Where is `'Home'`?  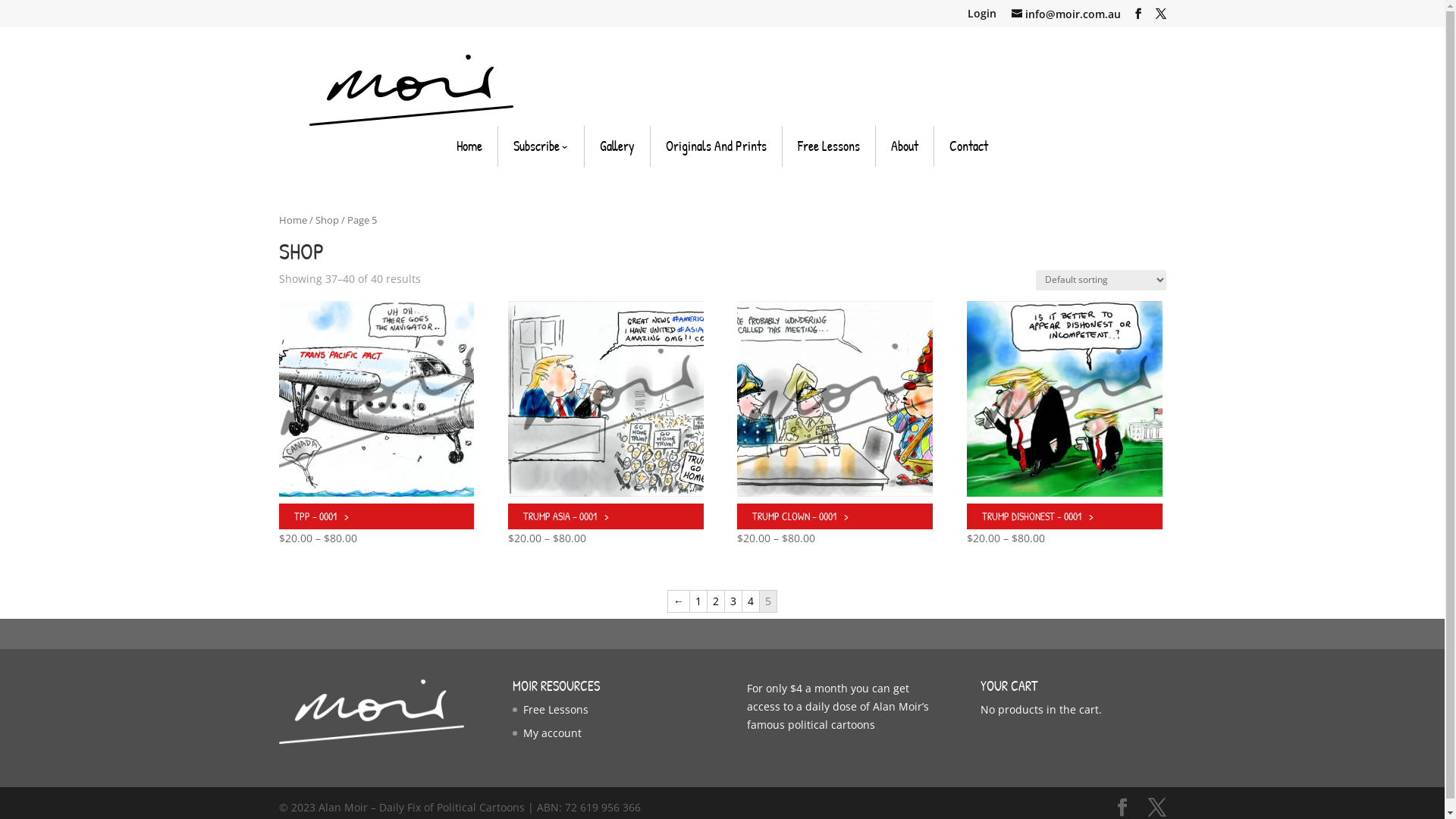 'Home' is located at coordinates (469, 146).